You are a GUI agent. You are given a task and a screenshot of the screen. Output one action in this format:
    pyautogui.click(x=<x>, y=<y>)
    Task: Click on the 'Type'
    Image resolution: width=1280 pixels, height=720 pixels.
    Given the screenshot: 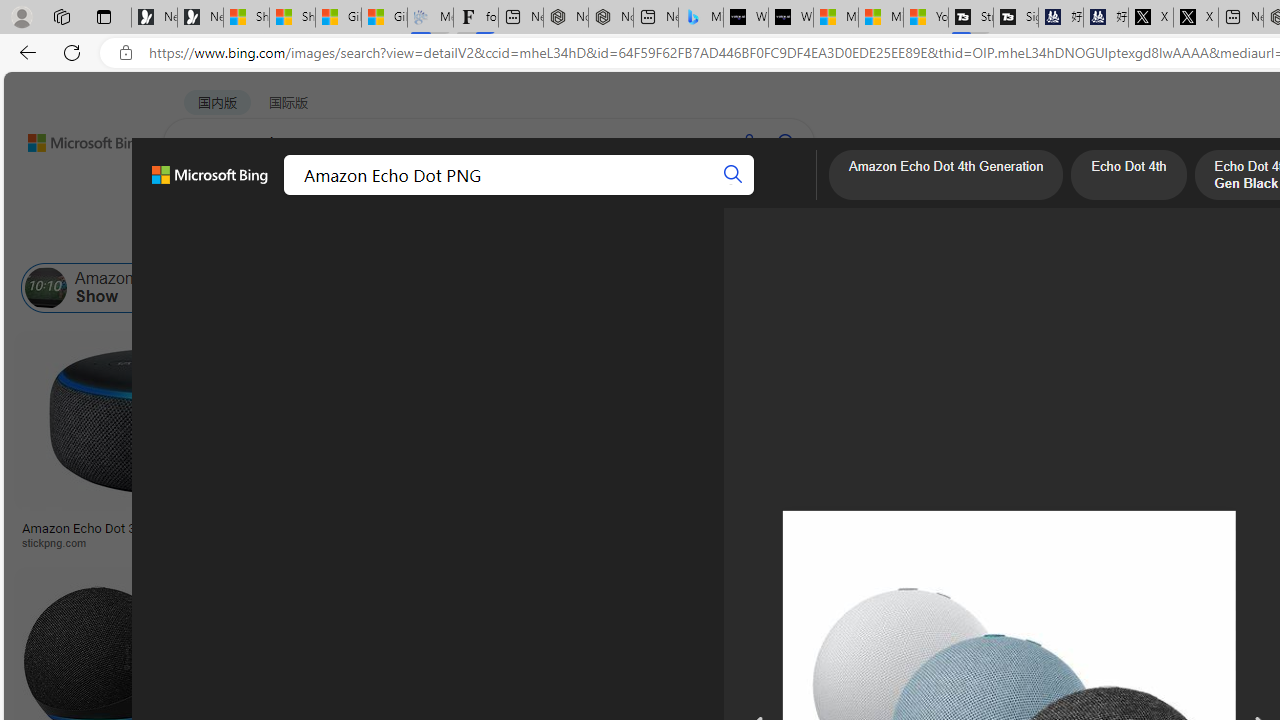 What is the action you would take?
    pyautogui.click(x=373, y=236)
    